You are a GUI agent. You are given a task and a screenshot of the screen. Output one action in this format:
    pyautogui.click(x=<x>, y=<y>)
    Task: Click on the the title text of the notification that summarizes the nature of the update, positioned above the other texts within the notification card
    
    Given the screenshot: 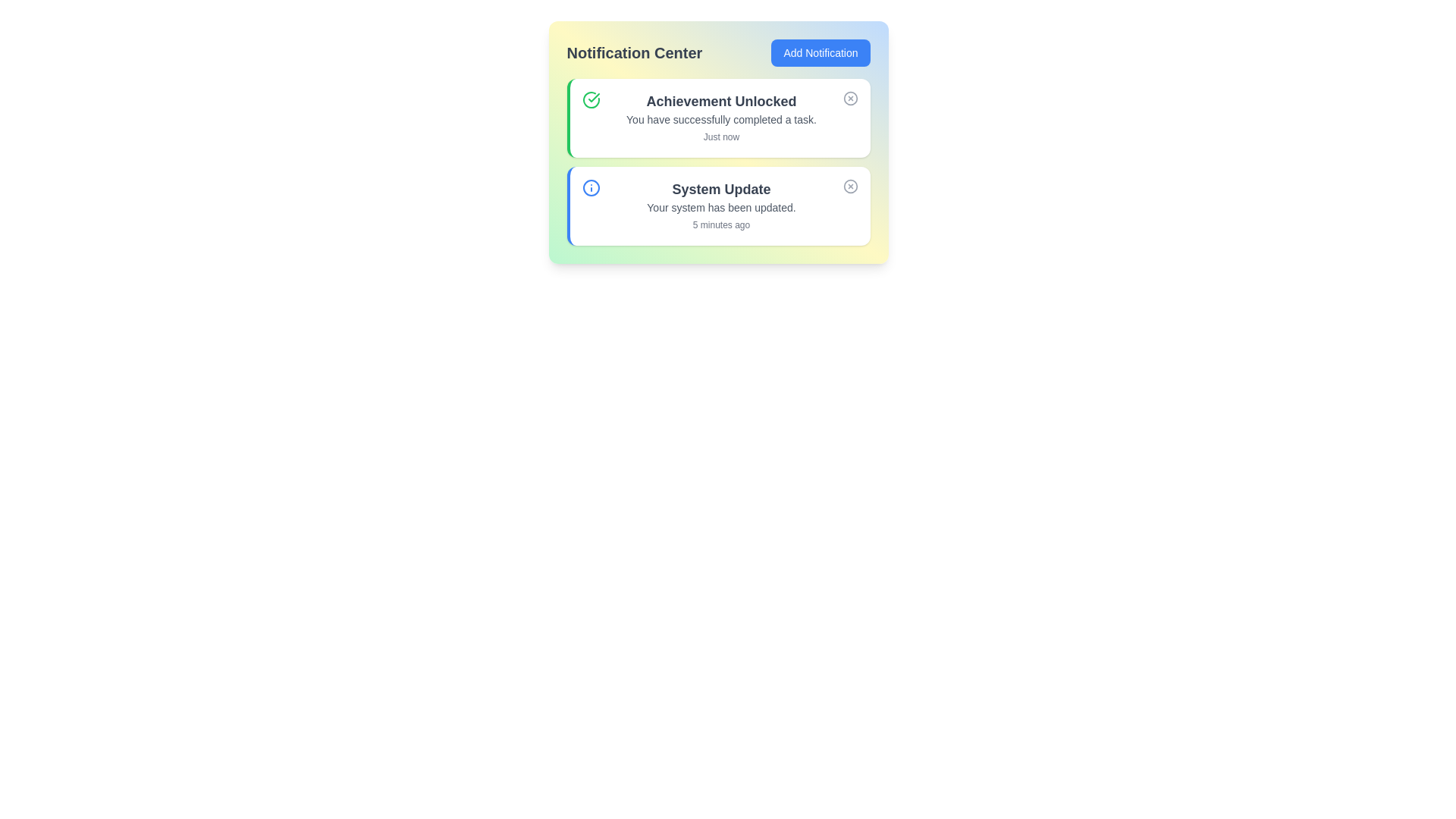 What is the action you would take?
    pyautogui.click(x=720, y=189)
    